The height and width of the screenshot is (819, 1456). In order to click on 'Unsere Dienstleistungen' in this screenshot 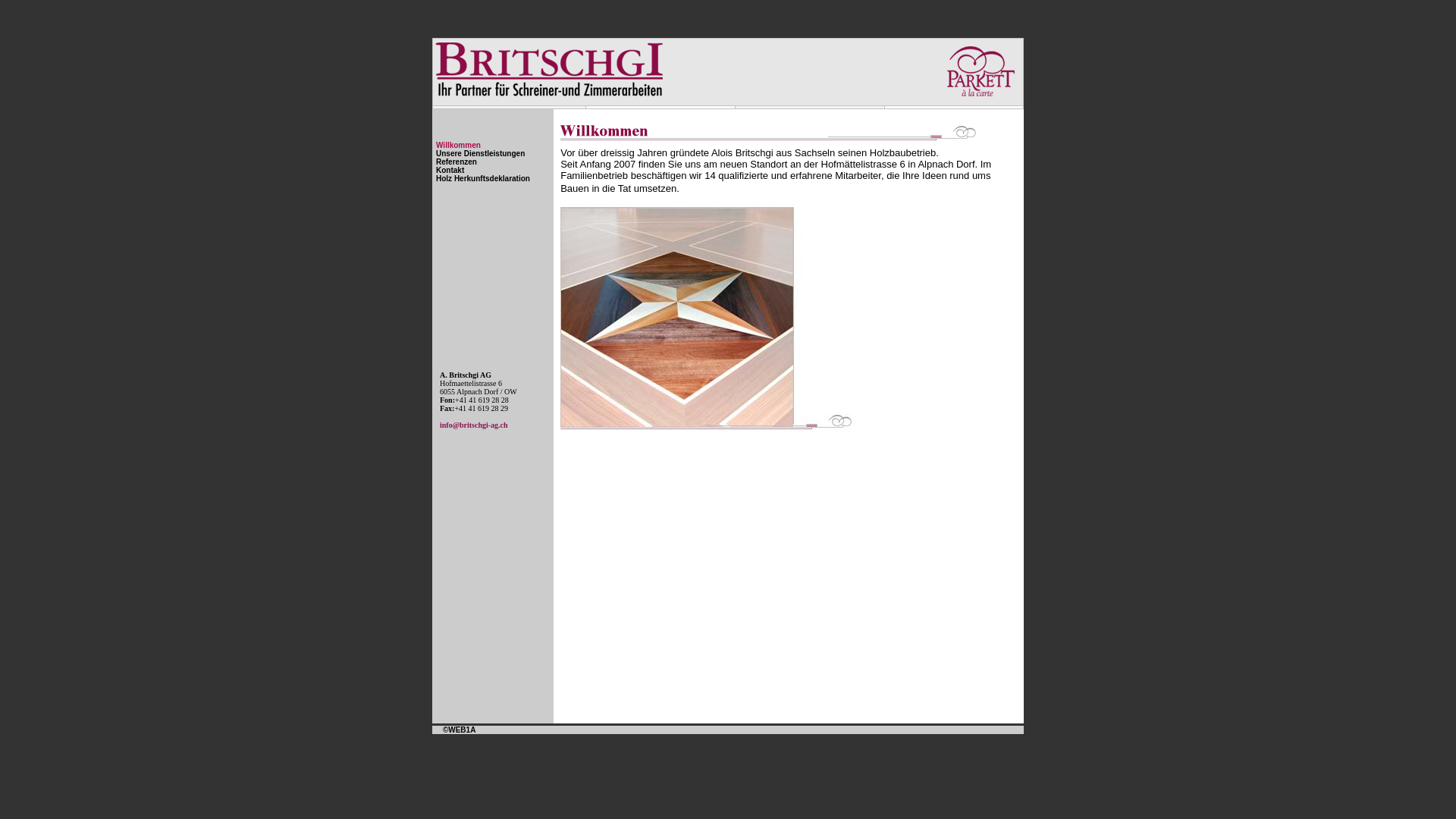, I will do `click(479, 153)`.